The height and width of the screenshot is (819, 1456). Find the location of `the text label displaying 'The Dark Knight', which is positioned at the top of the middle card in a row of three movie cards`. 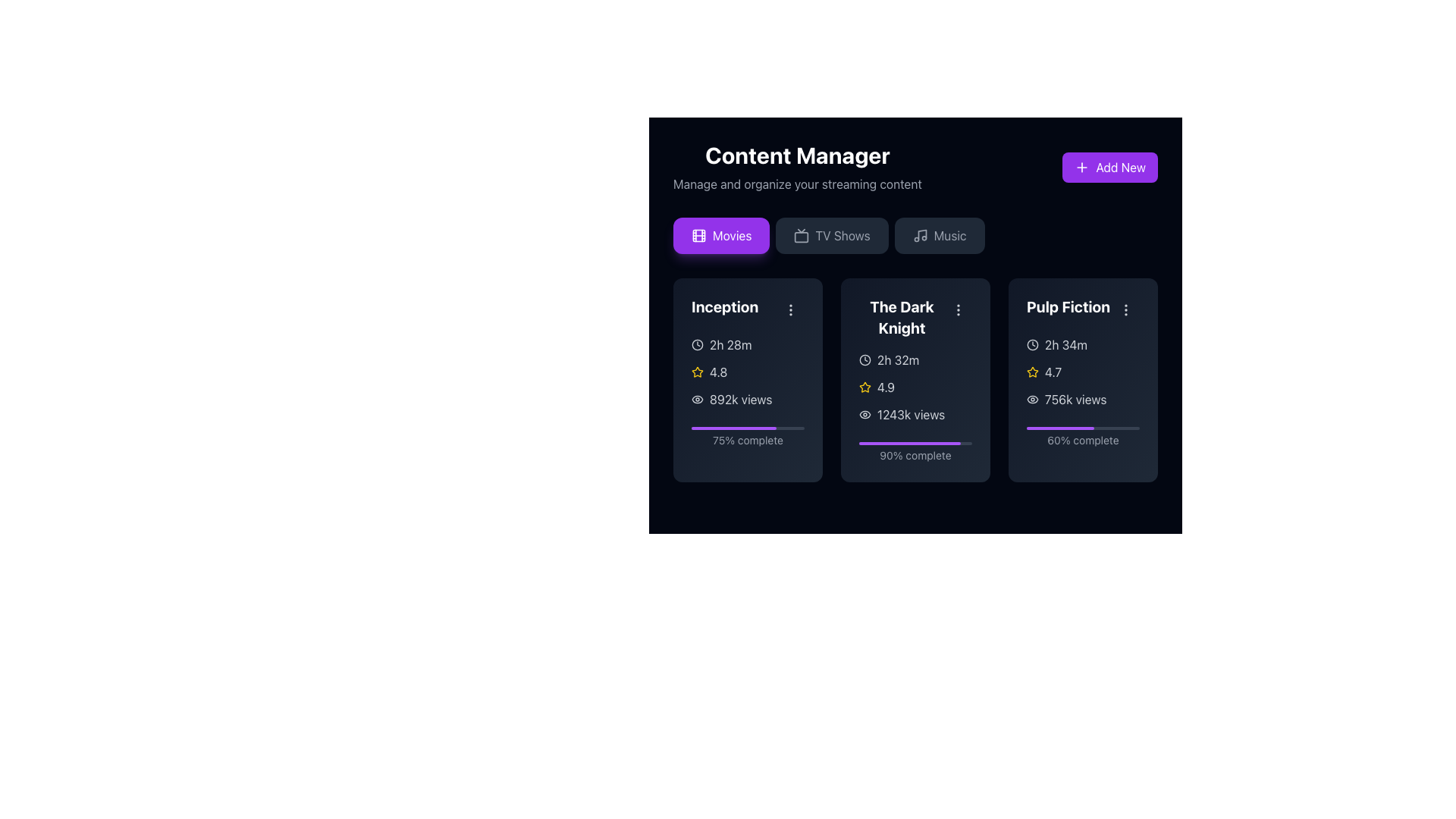

the text label displaying 'The Dark Knight', which is positioned at the top of the middle card in a row of three movie cards is located at coordinates (915, 317).